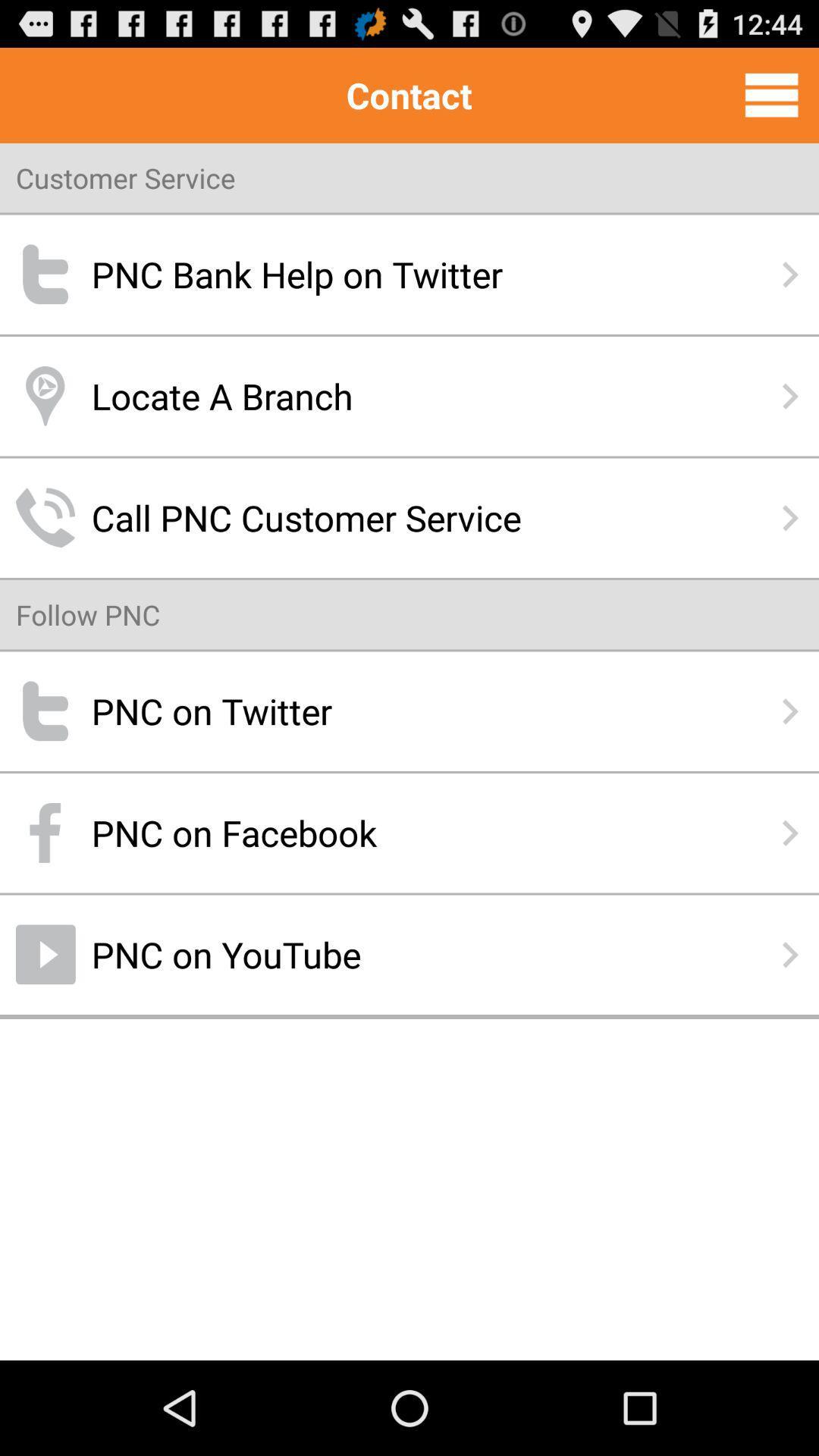 The height and width of the screenshot is (1456, 819). I want to click on icon above pnc on twitter, so click(88, 614).